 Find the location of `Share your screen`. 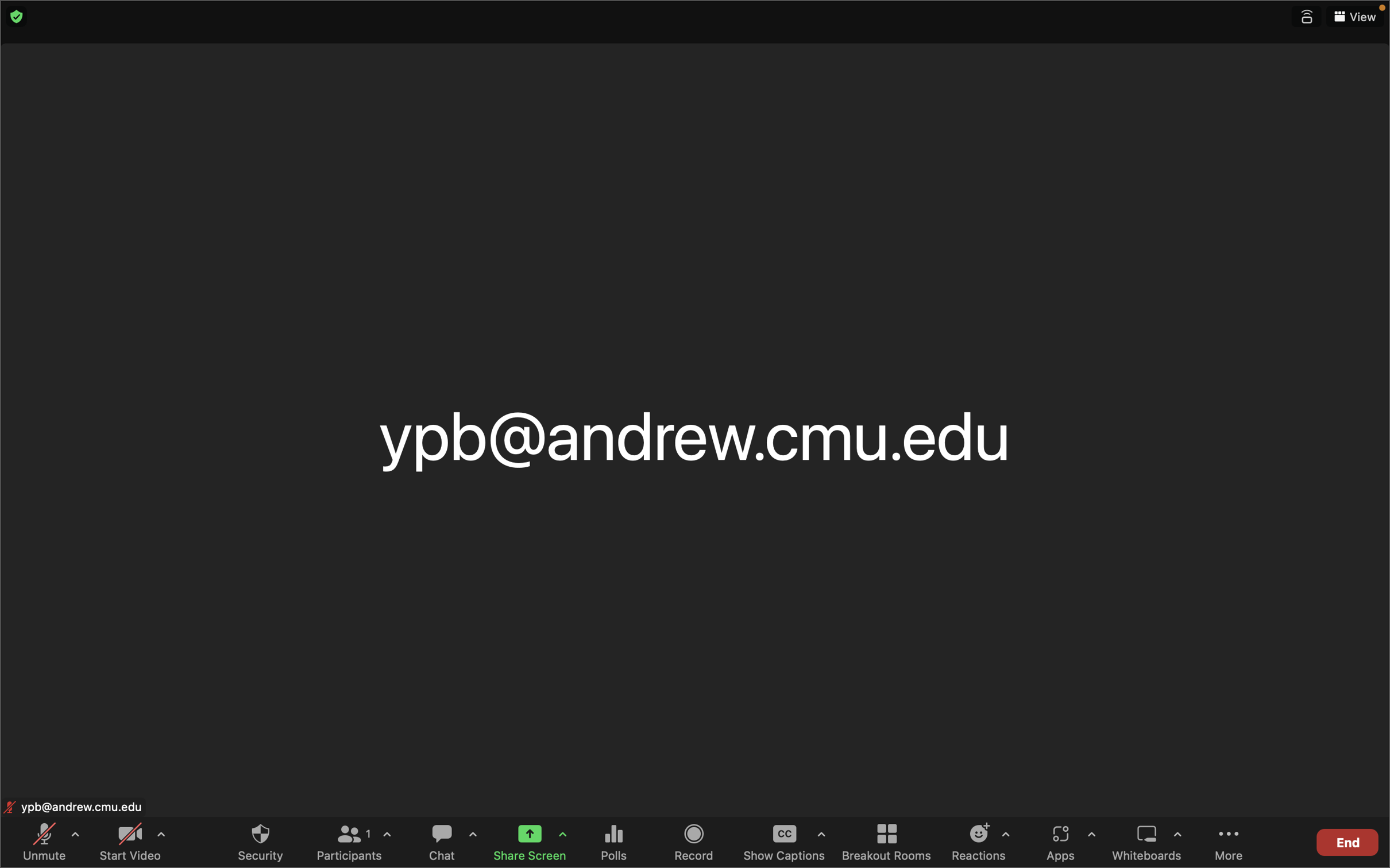

Share your screen is located at coordinates (526, 840).